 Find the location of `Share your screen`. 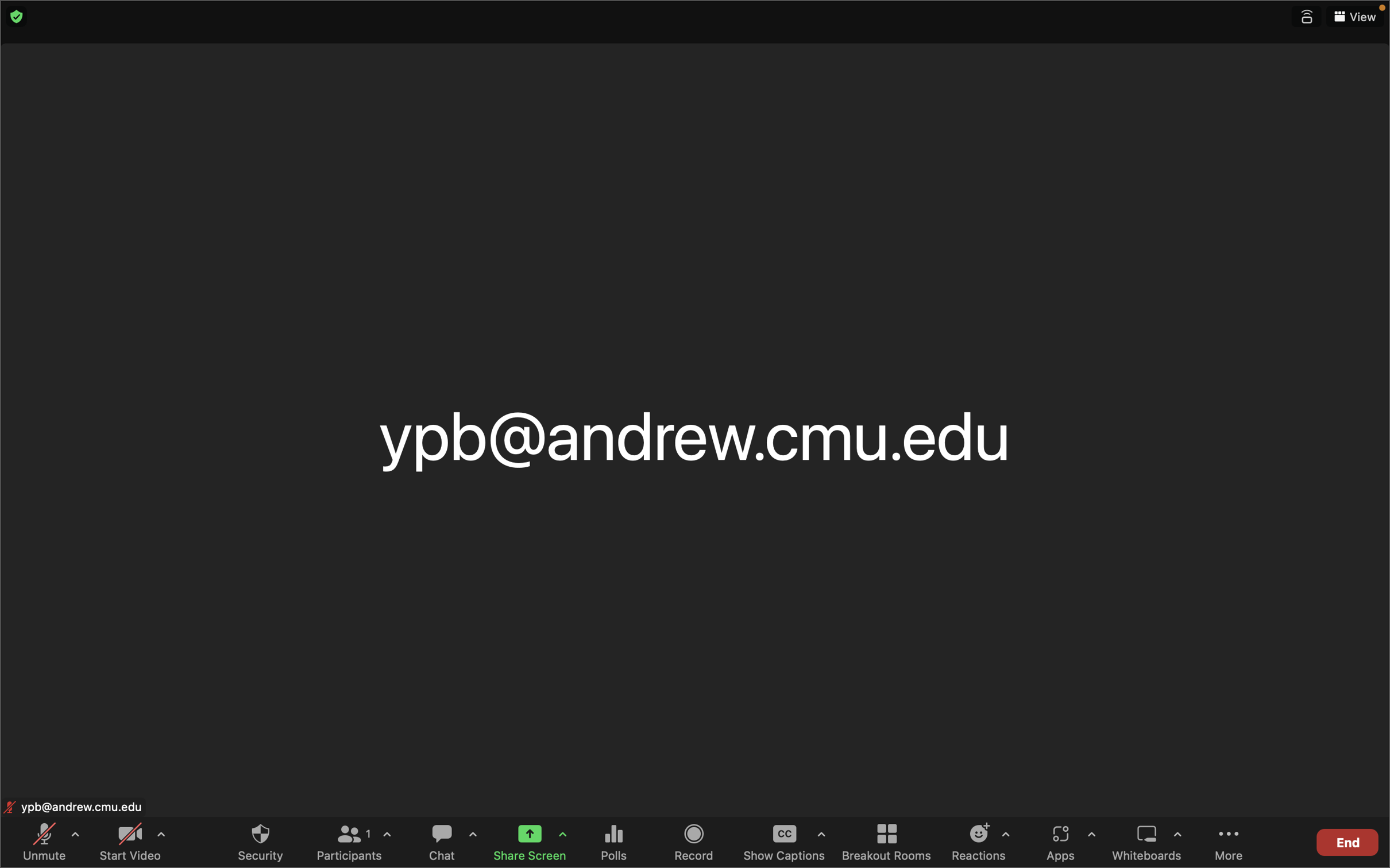

Share your screen is located at coordinates (526, 840).